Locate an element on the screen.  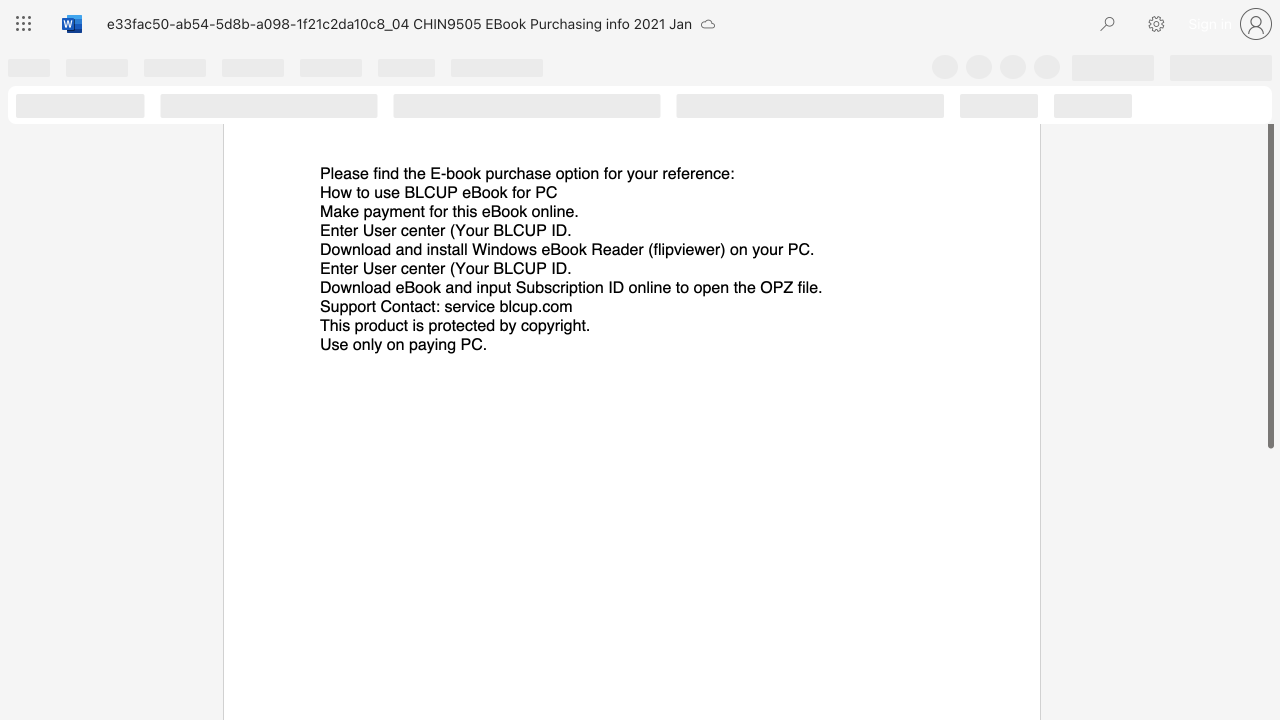
the scrollbar on the right side to scroll the page down is located at coordinates (1269, 688).